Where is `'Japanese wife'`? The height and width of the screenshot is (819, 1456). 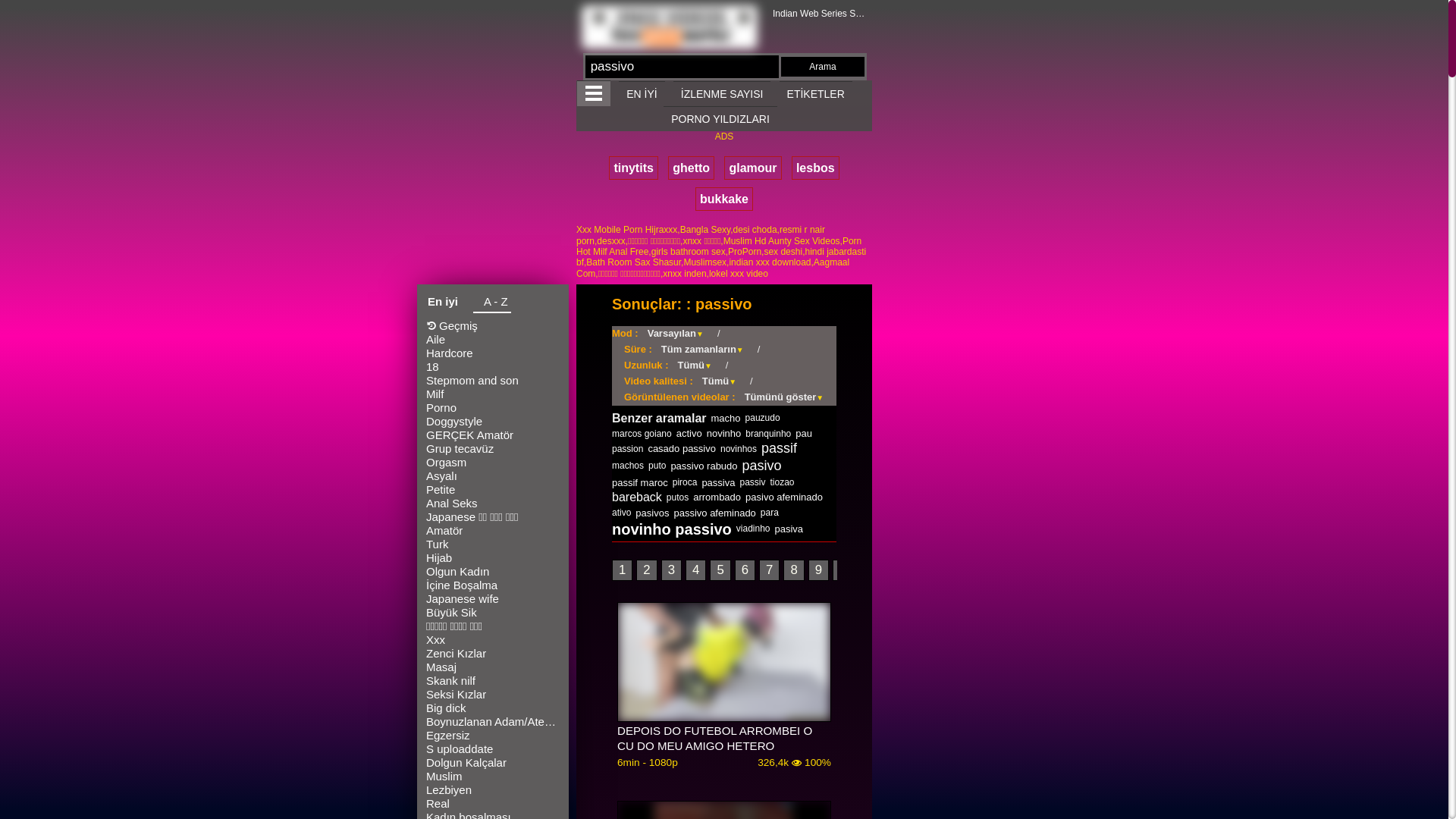 'Japanese wife' is located at coordinates (492, 598).